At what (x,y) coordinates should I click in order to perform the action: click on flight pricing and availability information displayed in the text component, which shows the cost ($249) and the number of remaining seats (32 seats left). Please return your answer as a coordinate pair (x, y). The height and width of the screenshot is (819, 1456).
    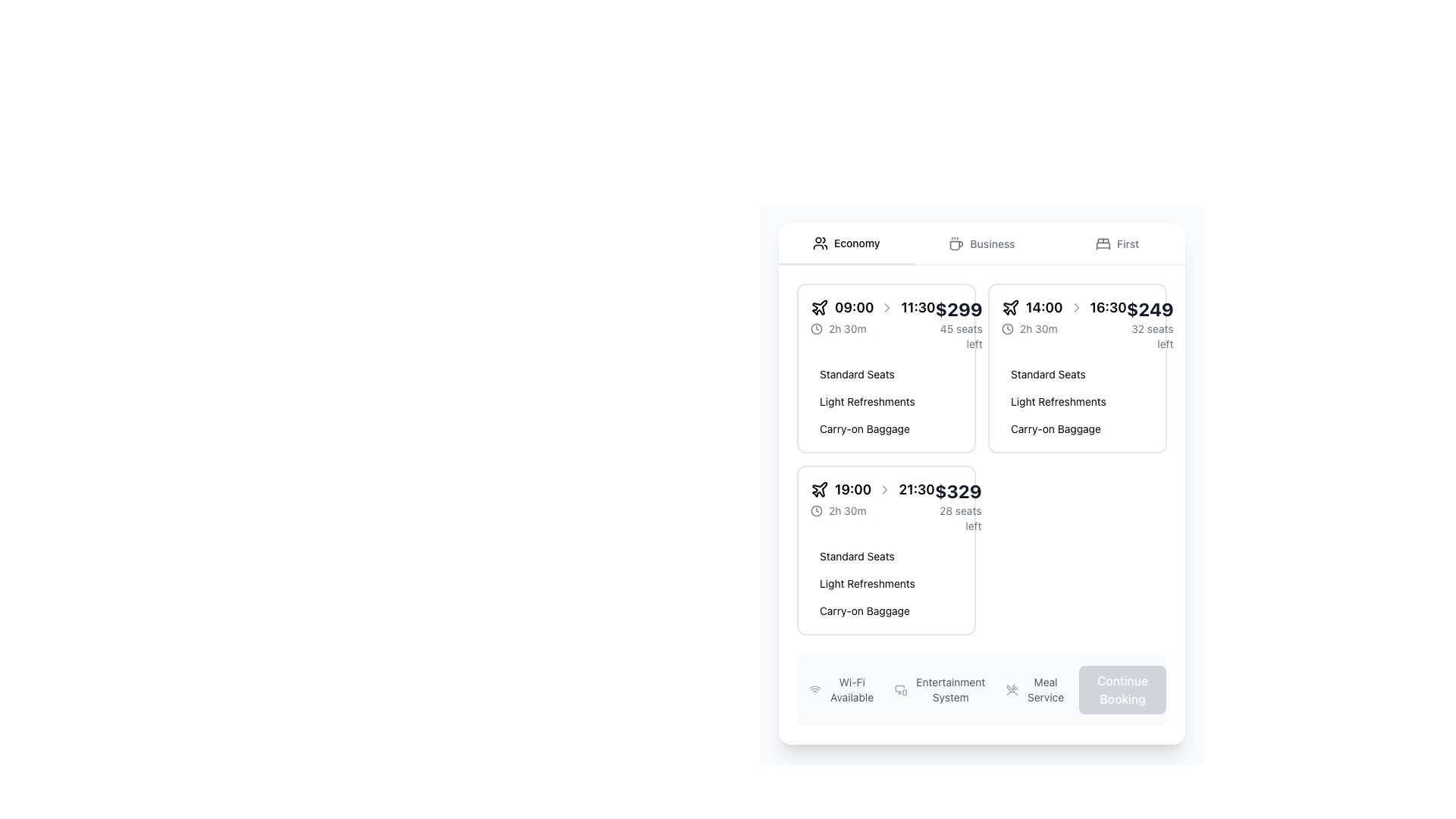
    Looking at the image, I should click on (1150, 324).